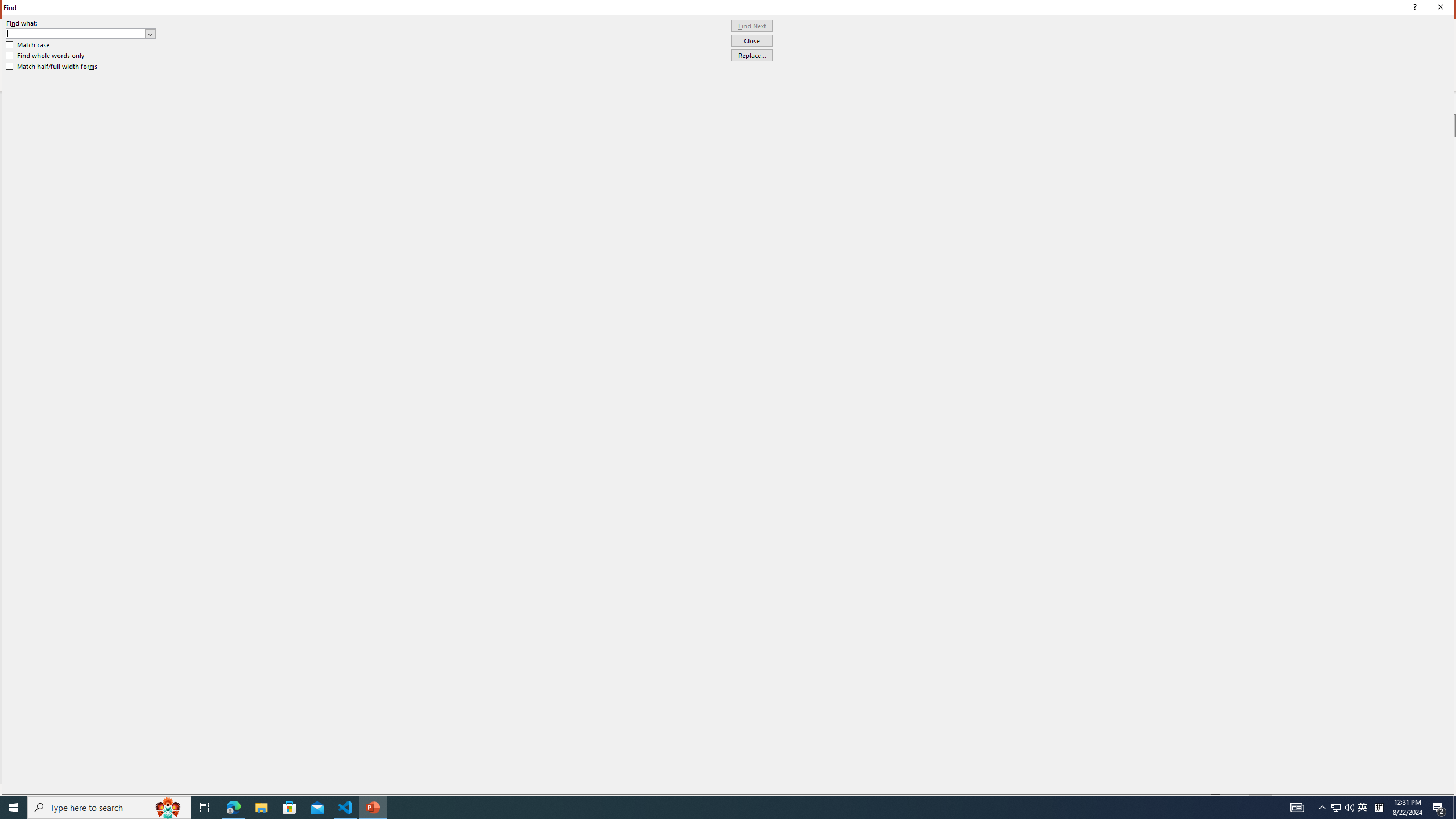  Describe the element at coordinates (45, 55) in the screenshot. I see `'Find whole words only'` at that location.